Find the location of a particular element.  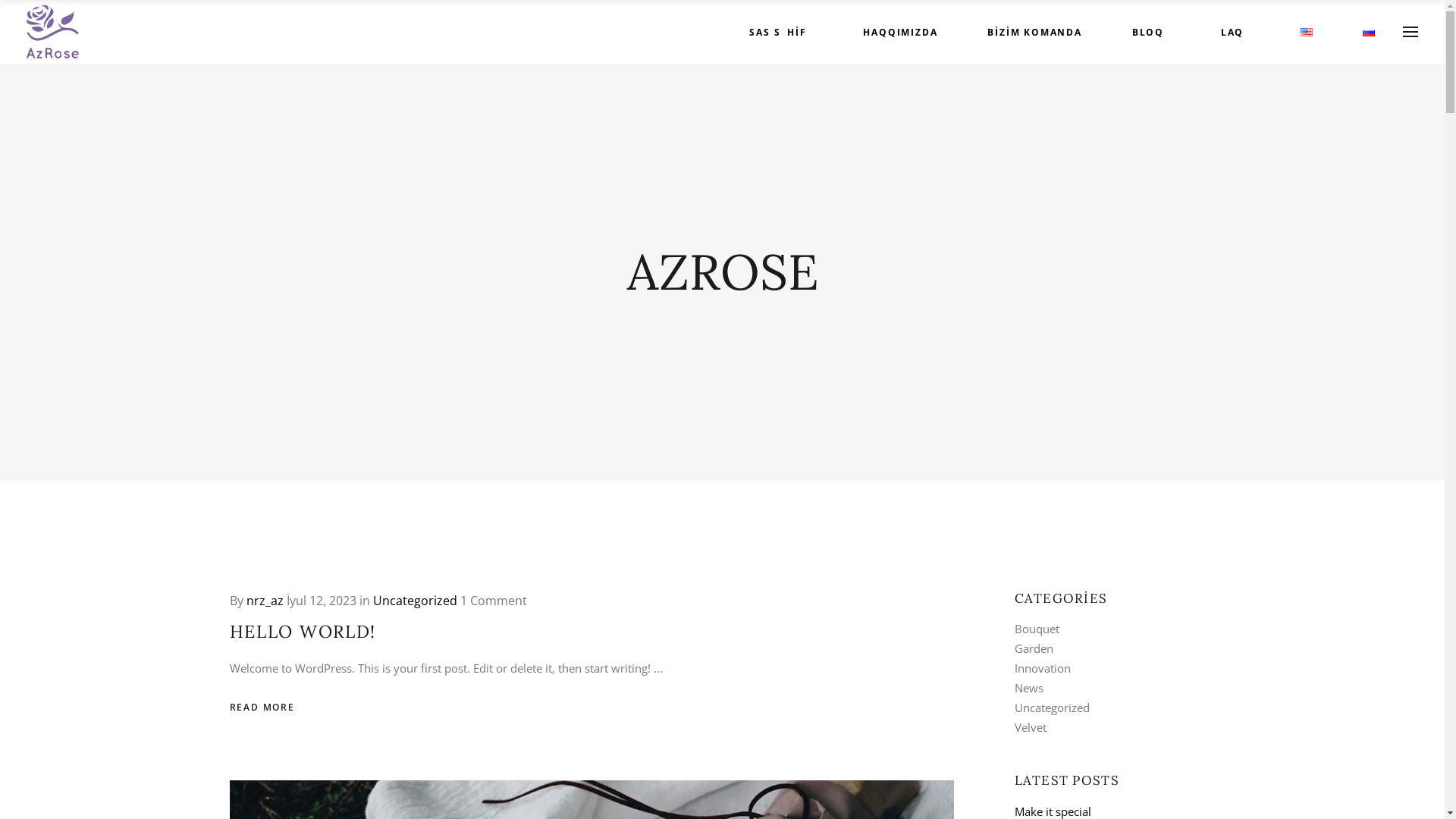

'Bouquet' is located at coordinates (1036, 629).